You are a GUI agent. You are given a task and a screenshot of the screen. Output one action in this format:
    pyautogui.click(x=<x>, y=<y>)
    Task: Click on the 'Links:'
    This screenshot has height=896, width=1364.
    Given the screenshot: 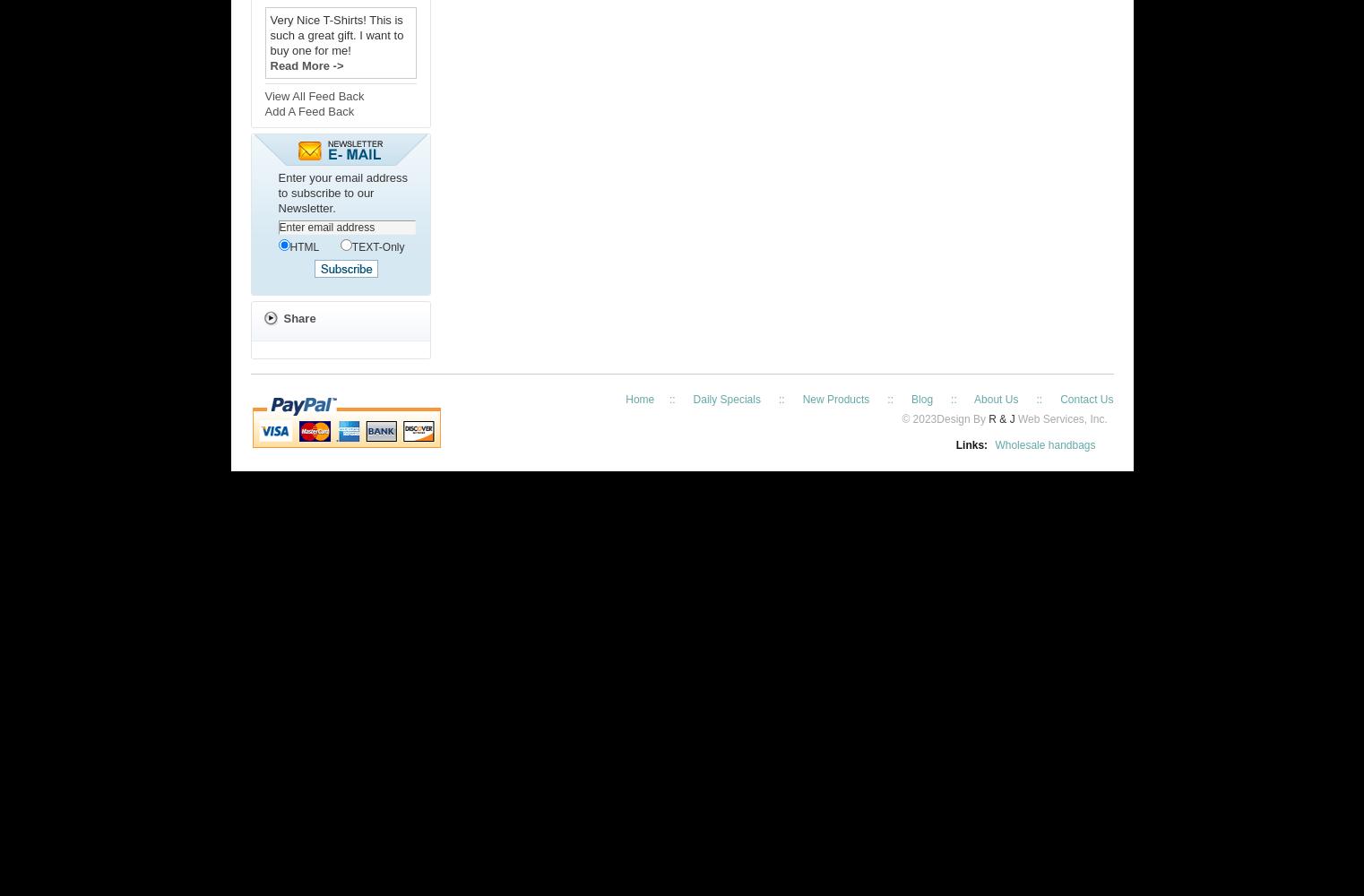 What is the action you would take?
    pyautogui.click(x=970, y=444)
    